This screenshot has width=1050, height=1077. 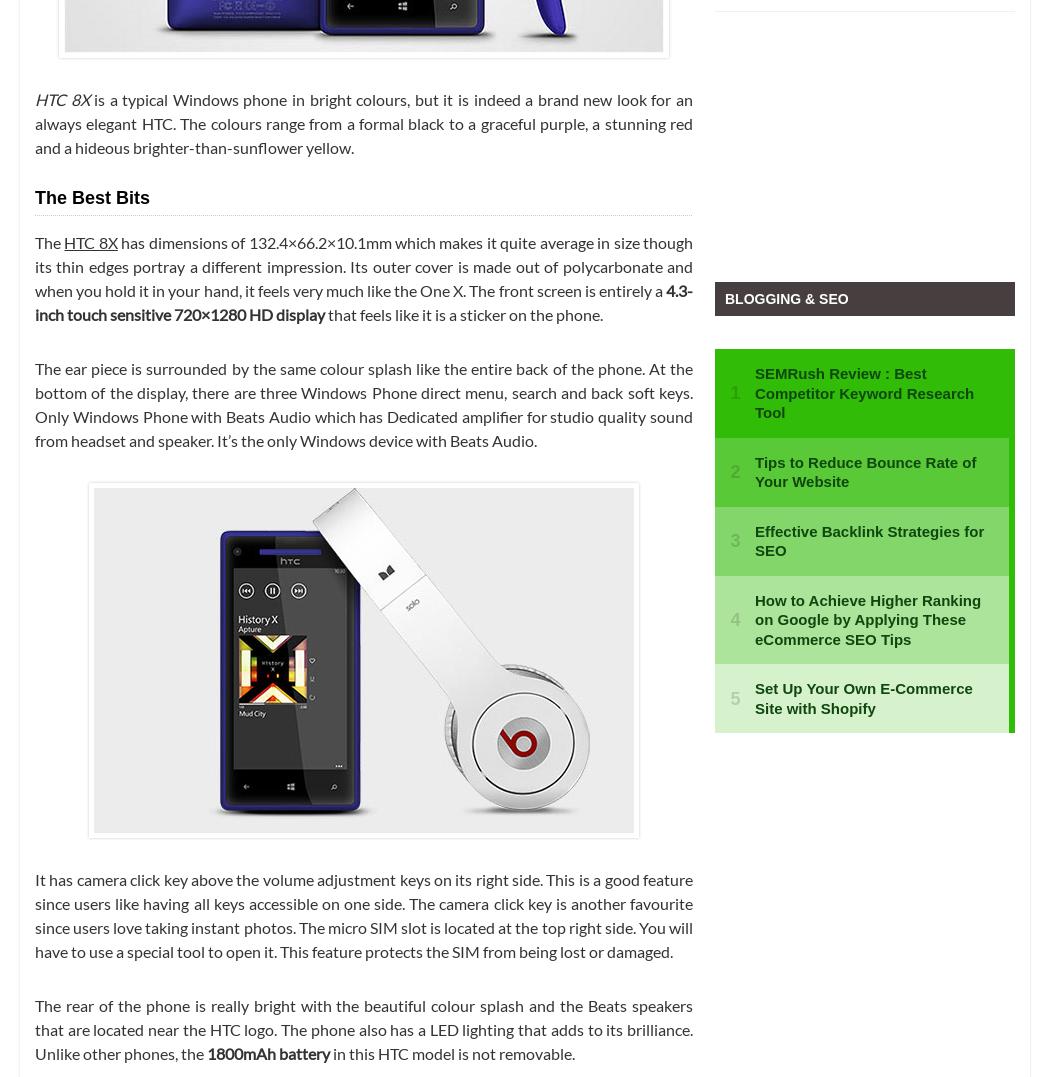 I want to click on 'The Best Bits', so click(x=92, y=195).